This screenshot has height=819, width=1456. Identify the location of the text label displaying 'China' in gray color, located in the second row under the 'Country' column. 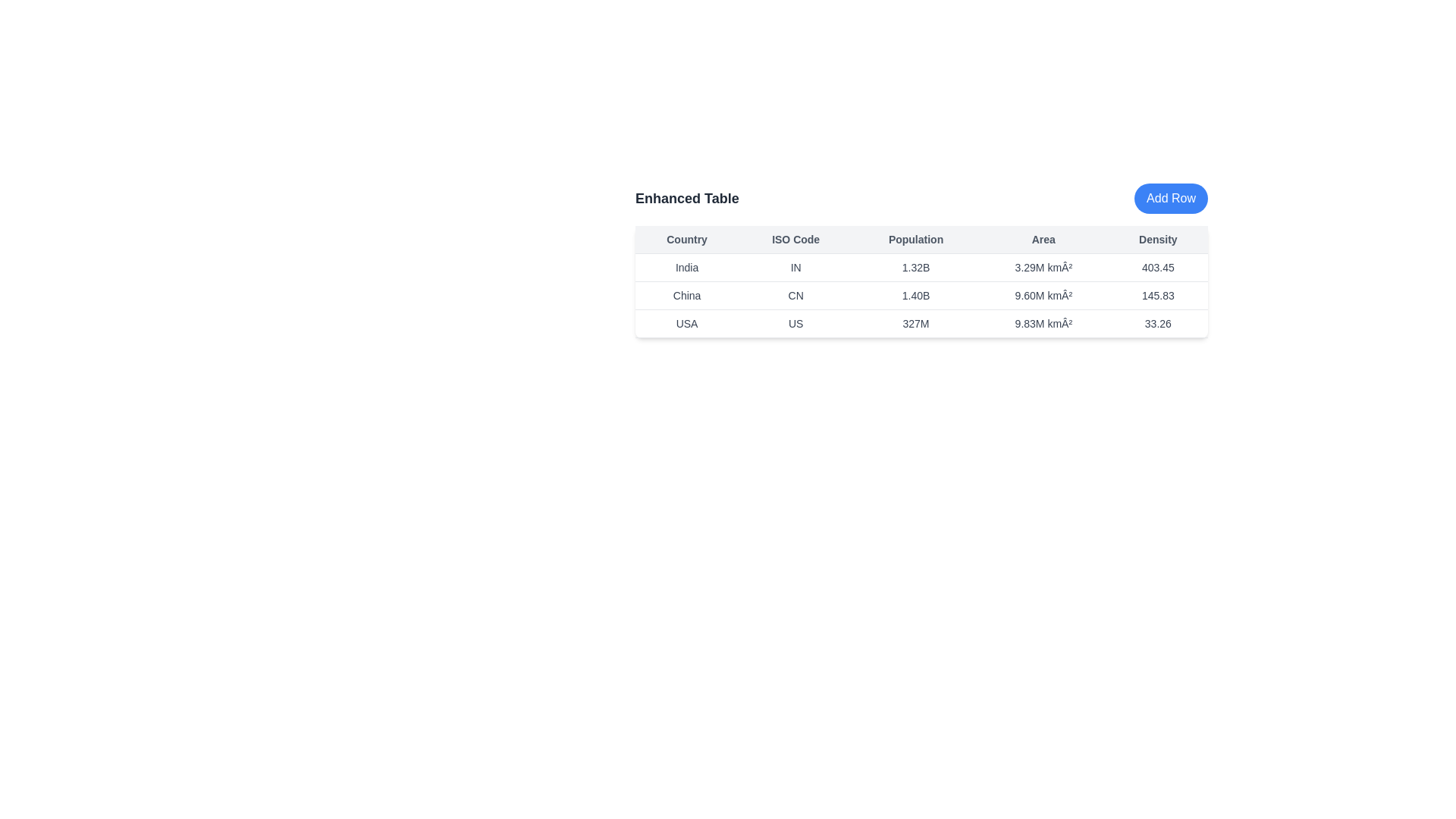
(686, 295).